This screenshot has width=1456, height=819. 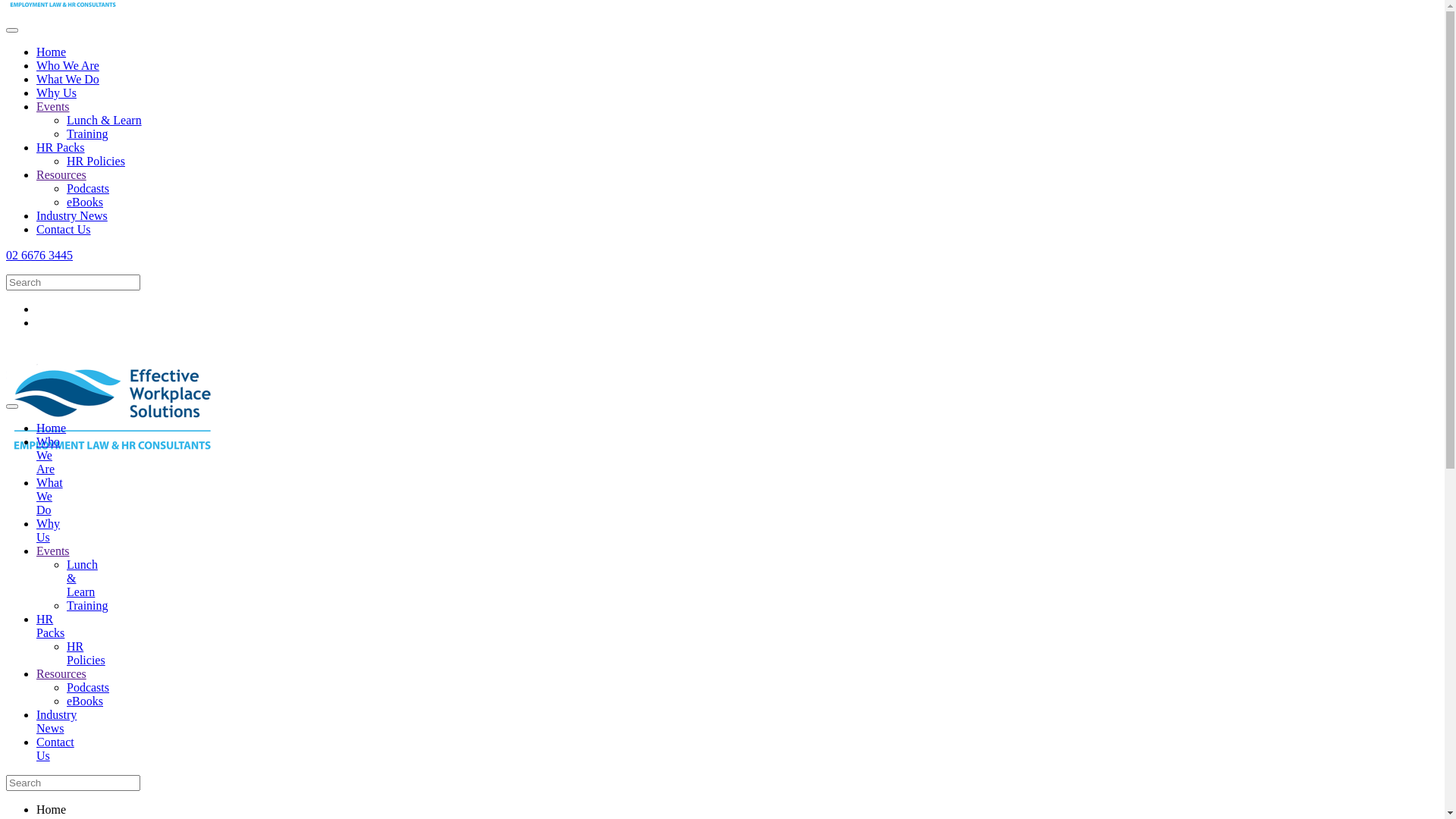 I want to click on 'What We Do', so click(x=49, y=496).